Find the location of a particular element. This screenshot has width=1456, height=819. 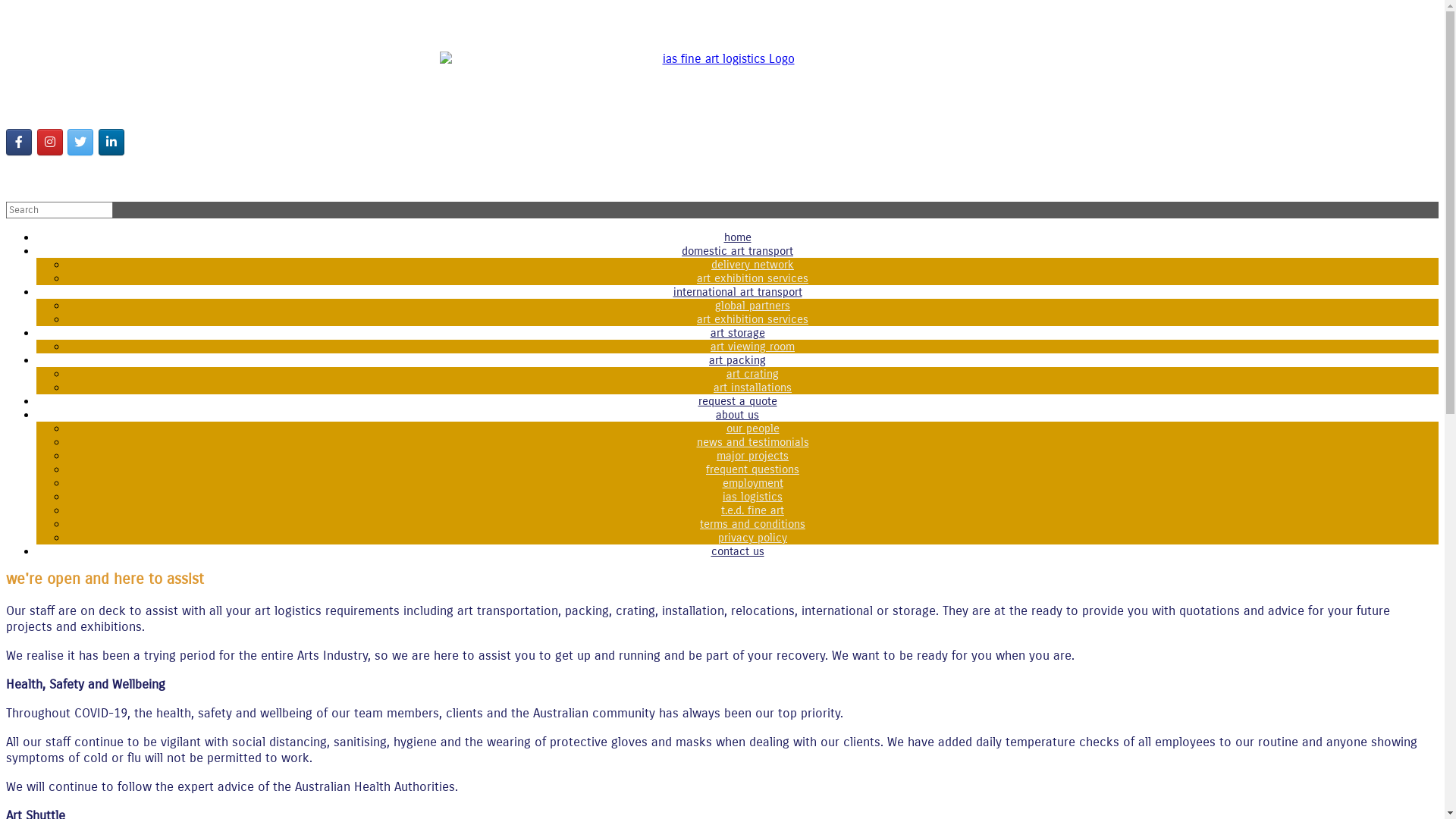

'employment' is located at coordinates (752, 482).